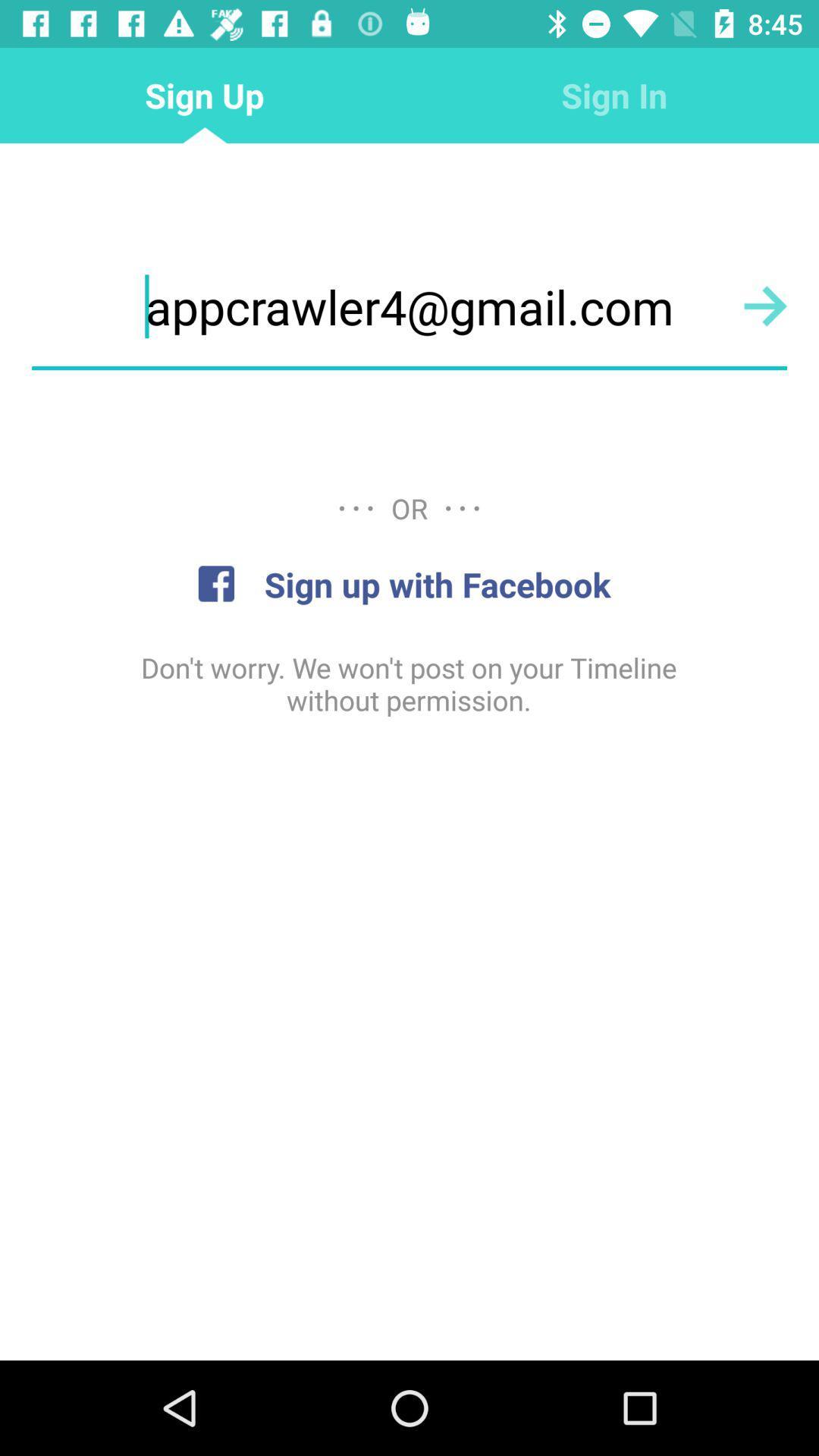  Describe the element at coordinates (614, 94) in the screenshot. I see `icon above appcrawler4@gmail.com item` at that location.